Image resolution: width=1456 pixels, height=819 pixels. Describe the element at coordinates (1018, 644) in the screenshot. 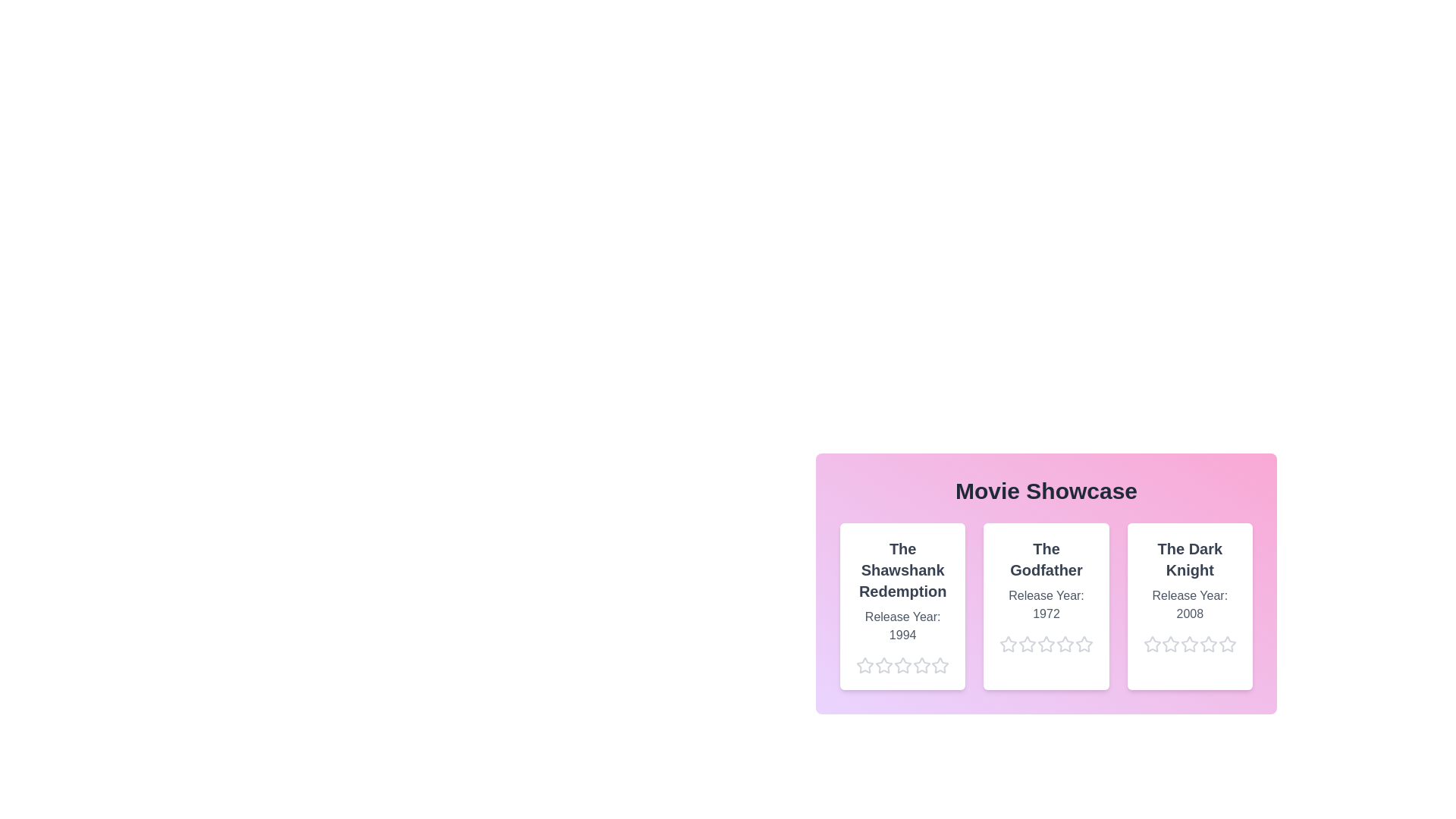

I see `the star corresponding to 2 stars for the movie The Godfather` at that location.